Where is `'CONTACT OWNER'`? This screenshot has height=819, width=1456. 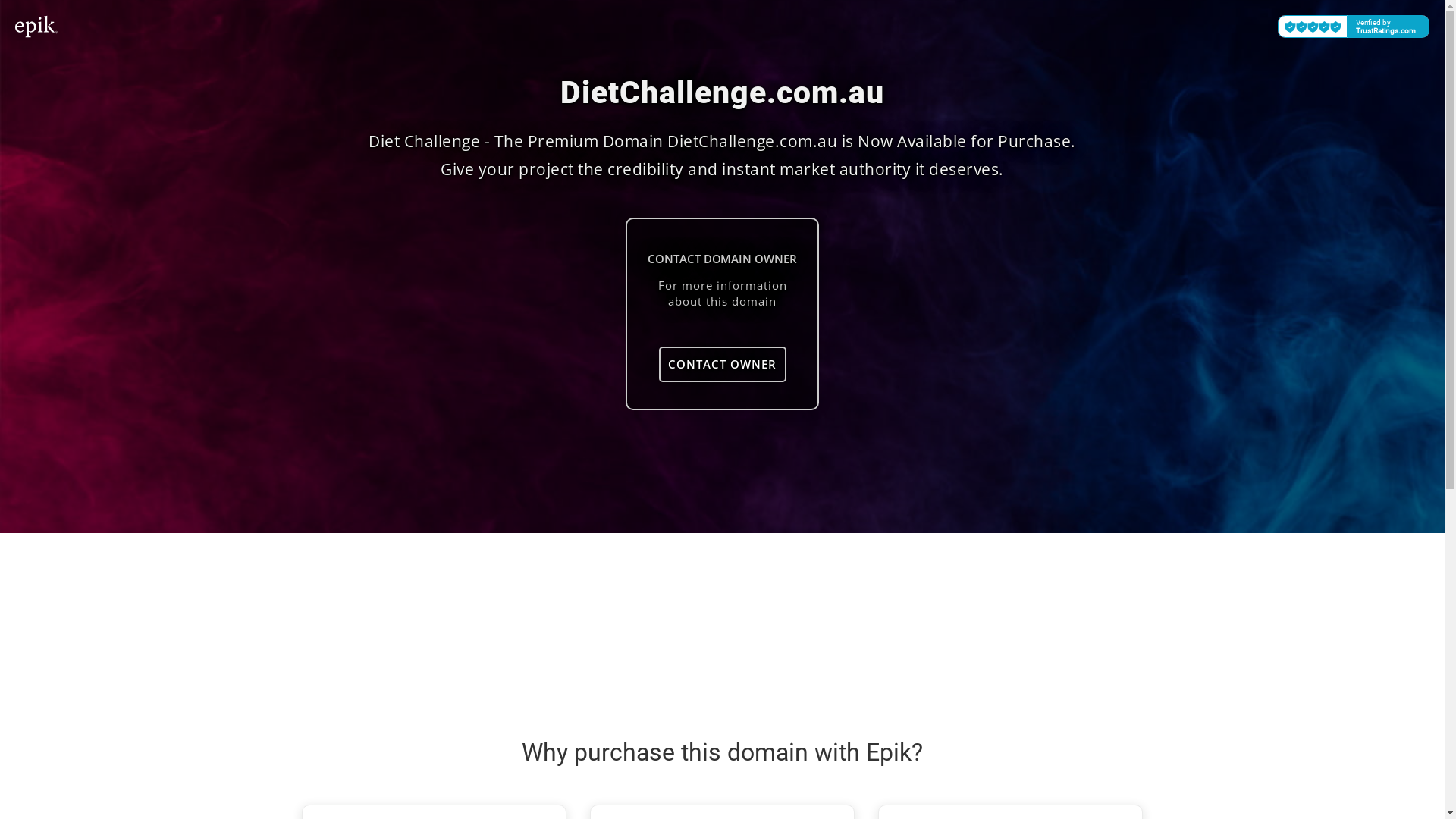 'CONTACT OWNER' is located at coordinates (720, 364).